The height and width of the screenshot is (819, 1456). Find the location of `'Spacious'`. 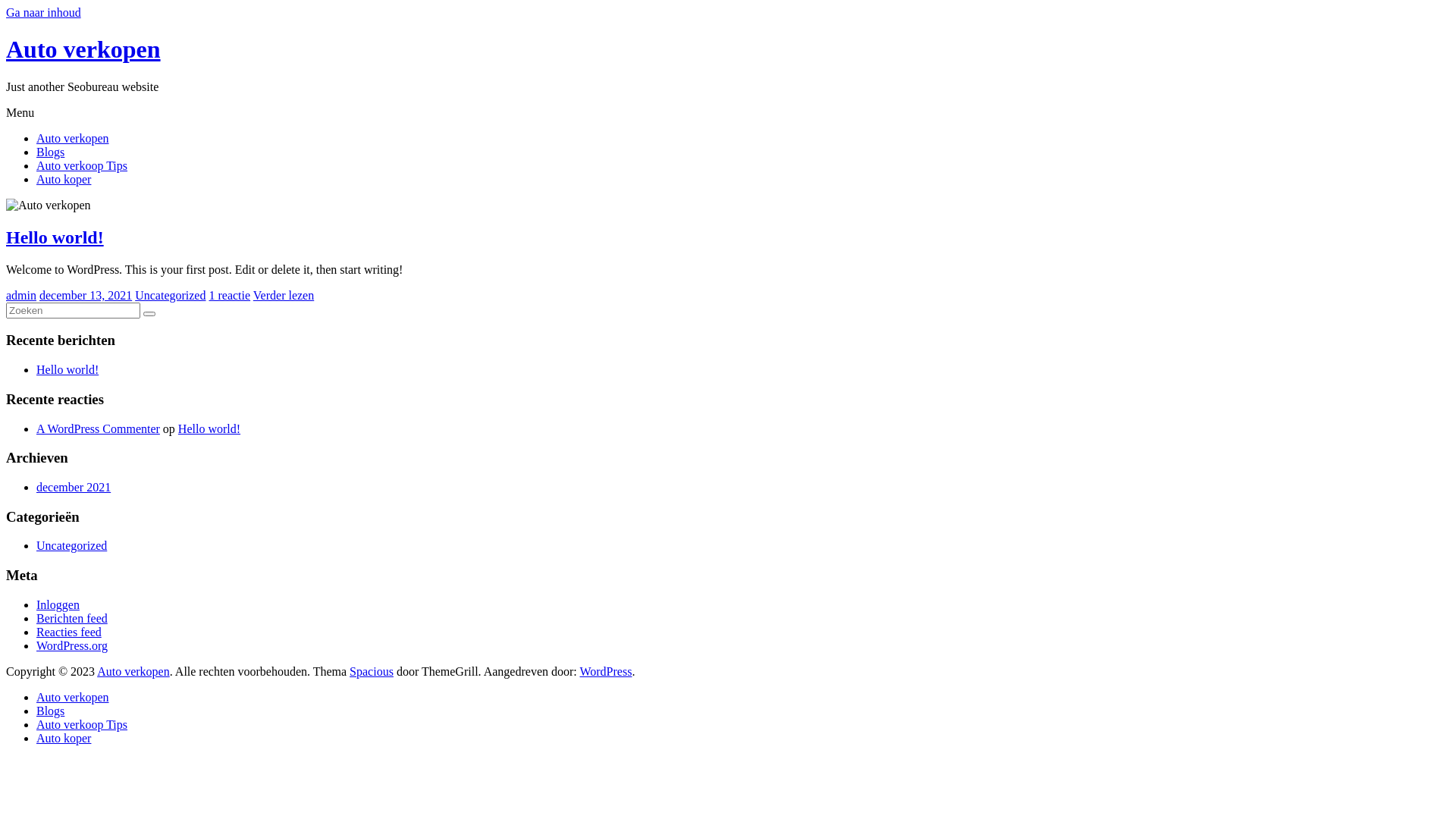

'Spacious' is located at coordinates (371, 670).